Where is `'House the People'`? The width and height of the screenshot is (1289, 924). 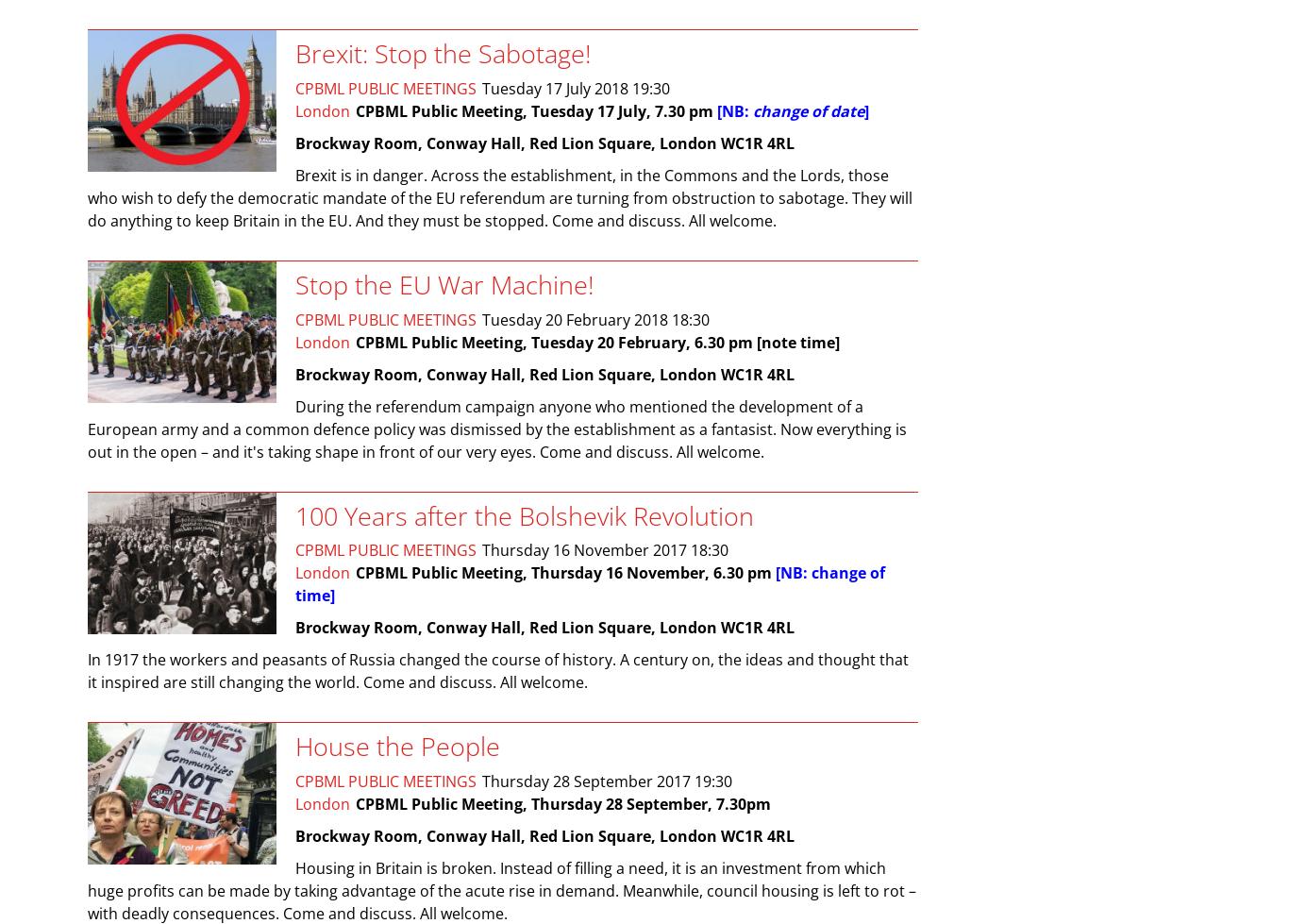 'House the People' is located at coordinates (396, 745).